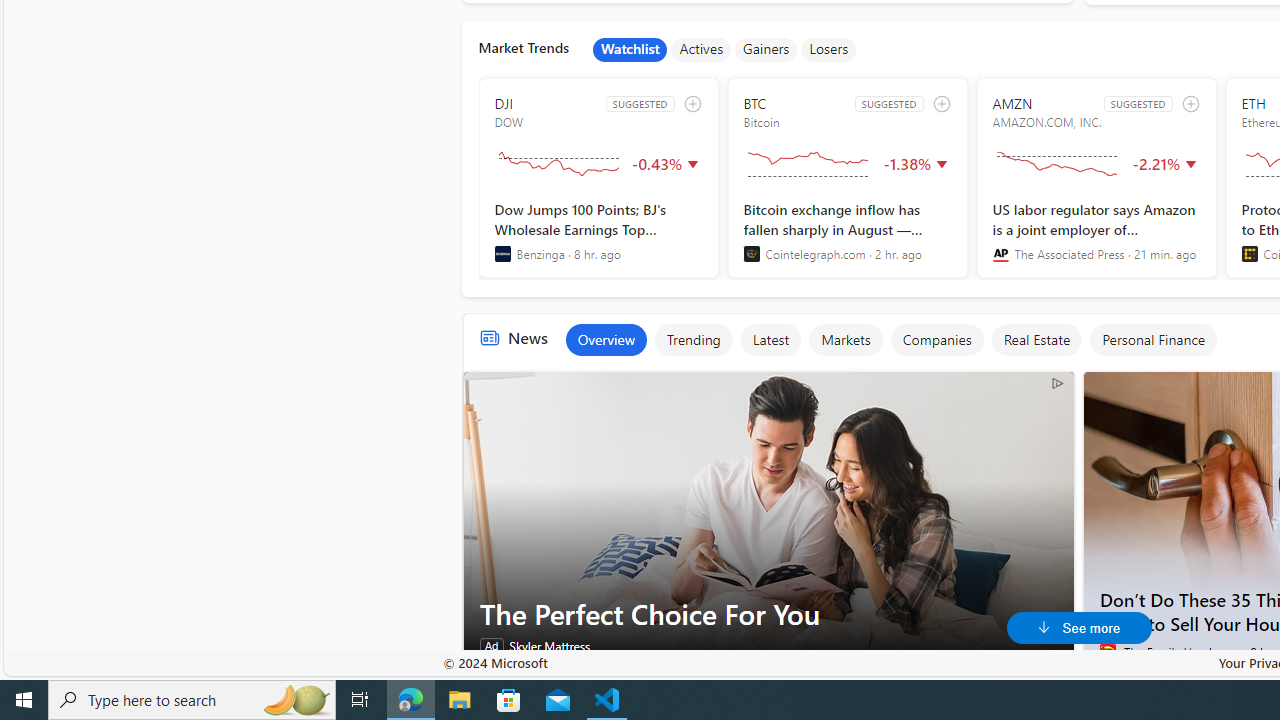 The width and height of the screenshot is (1280, 720). I want to click on 'Cointelegraph.com', so click(750, 253).